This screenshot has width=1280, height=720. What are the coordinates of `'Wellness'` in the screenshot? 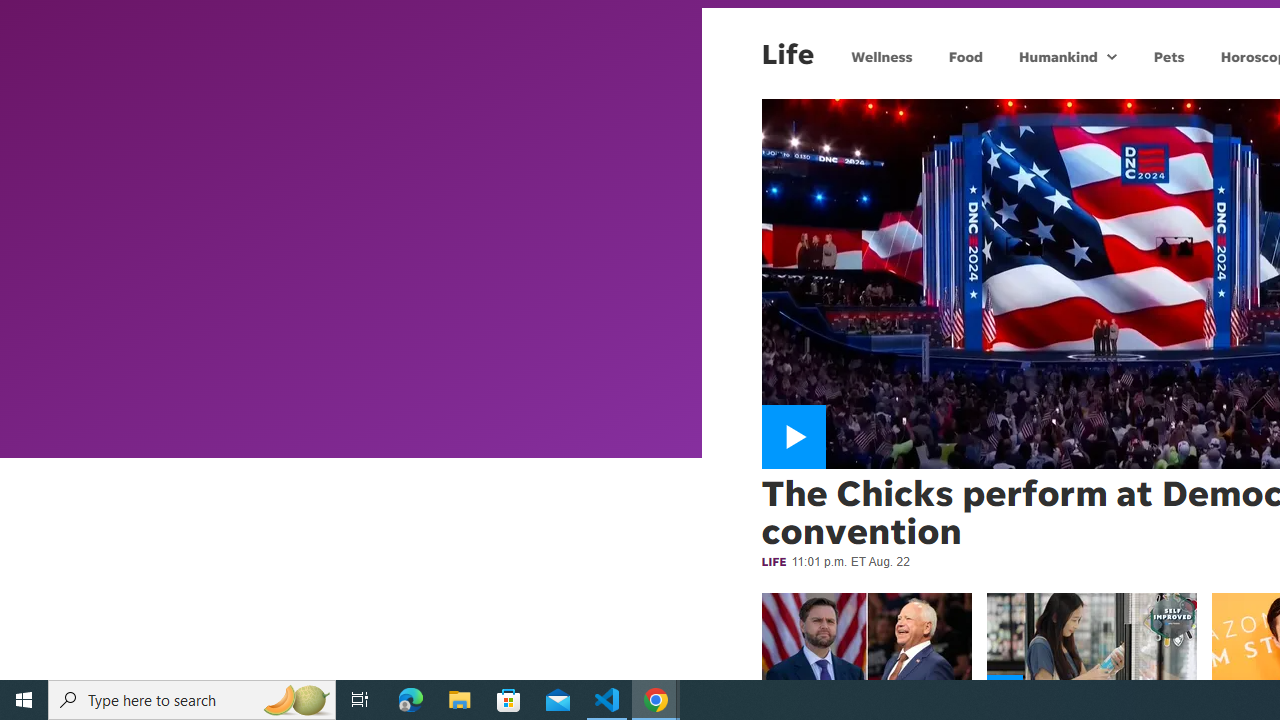 It's located at (880, 55).